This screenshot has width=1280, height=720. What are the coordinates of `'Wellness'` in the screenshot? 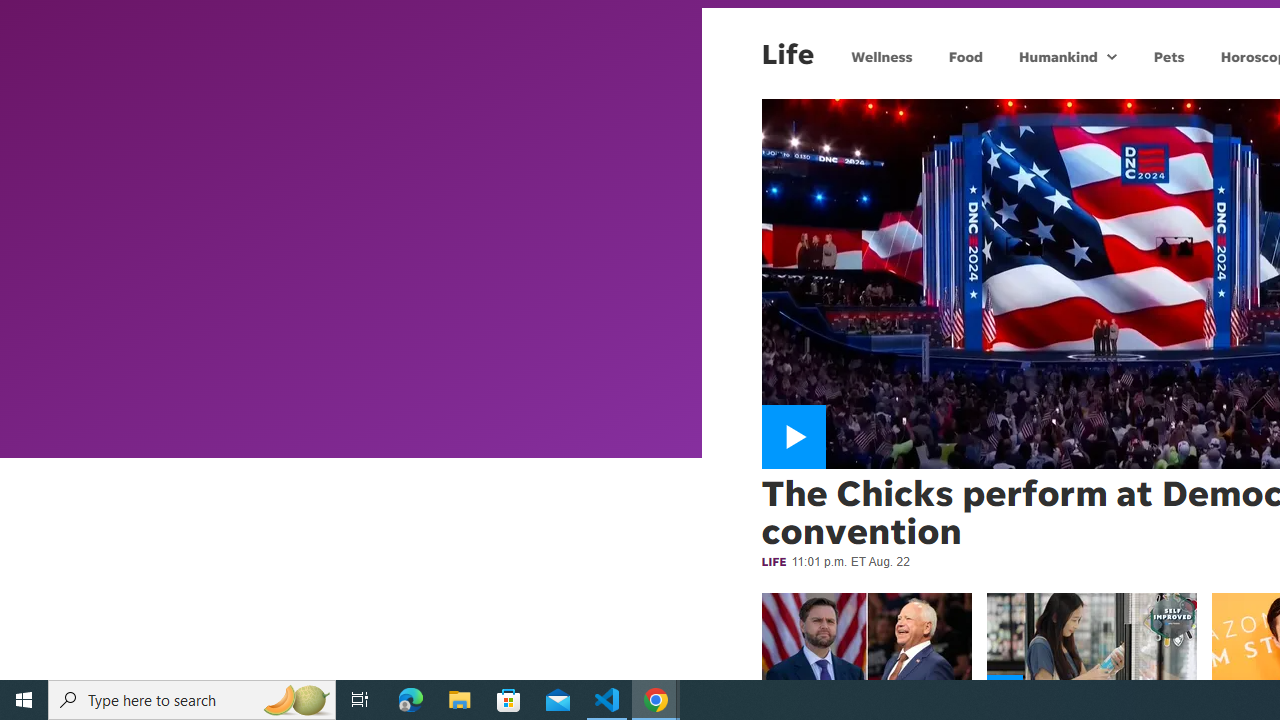 It's located at (880, 55).